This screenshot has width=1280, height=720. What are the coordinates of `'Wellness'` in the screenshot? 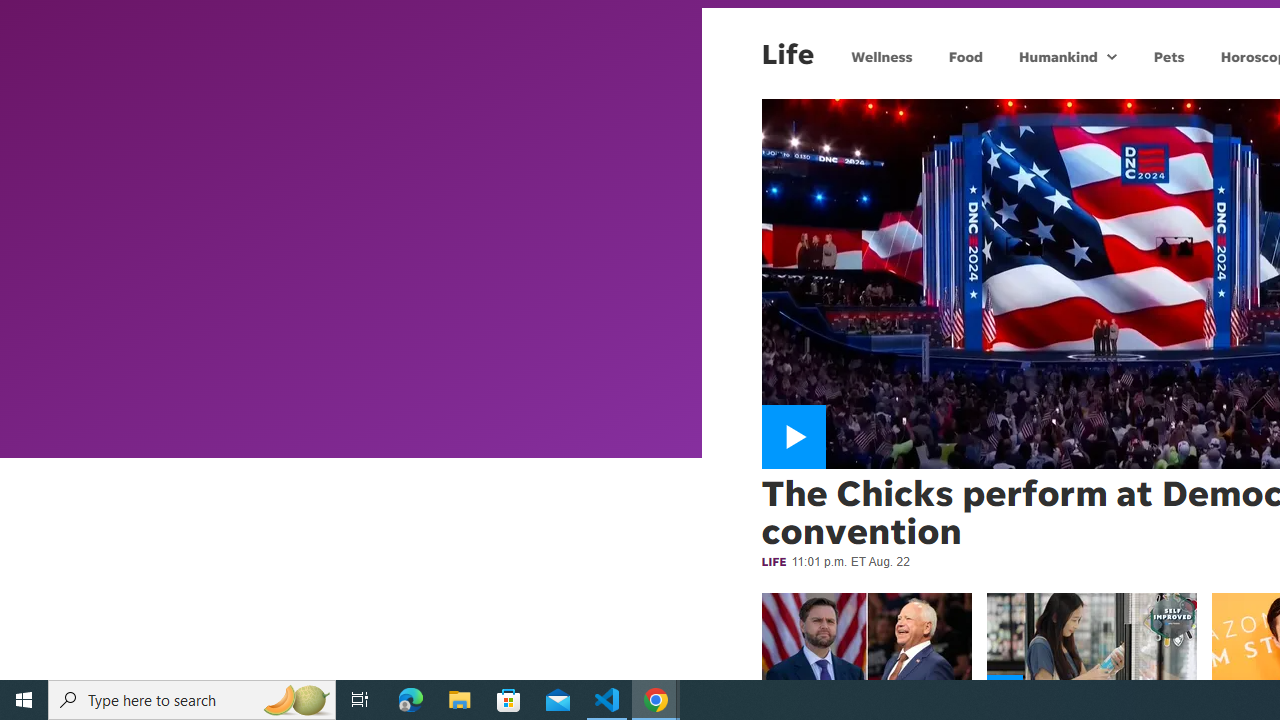 It's located at (880, 55).